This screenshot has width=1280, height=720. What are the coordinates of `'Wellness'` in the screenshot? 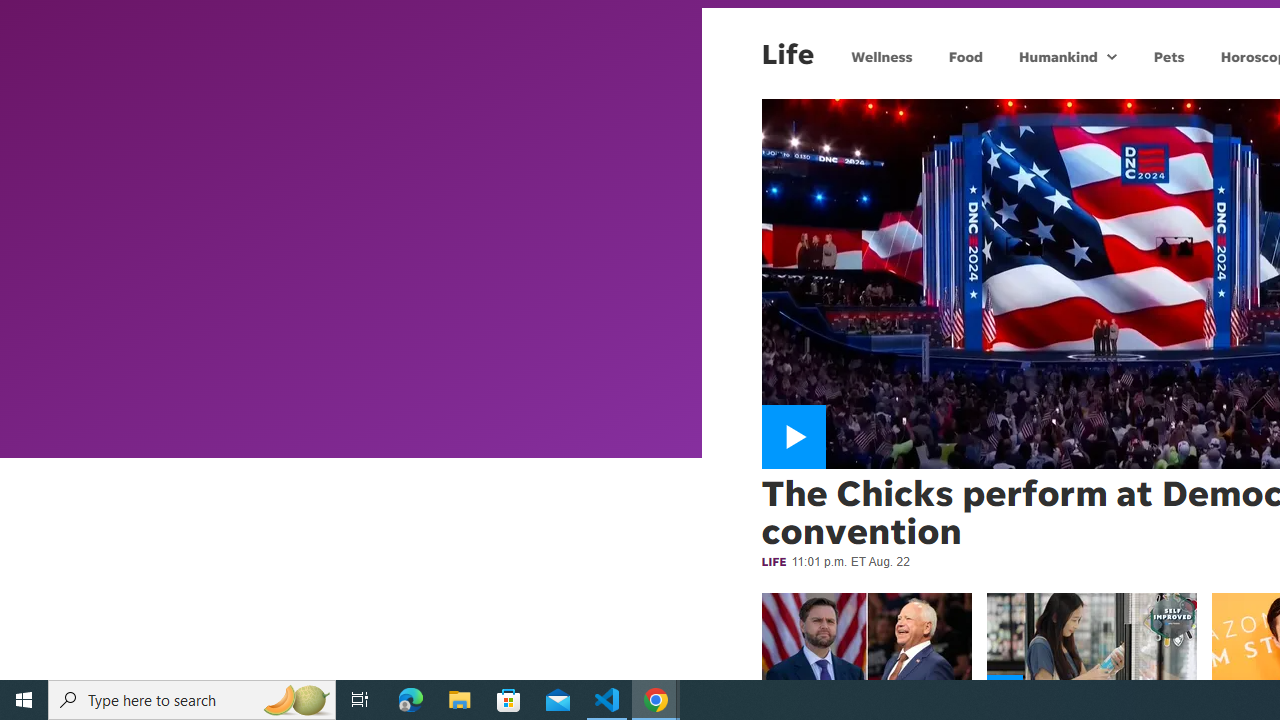 It's located at (880, 55).